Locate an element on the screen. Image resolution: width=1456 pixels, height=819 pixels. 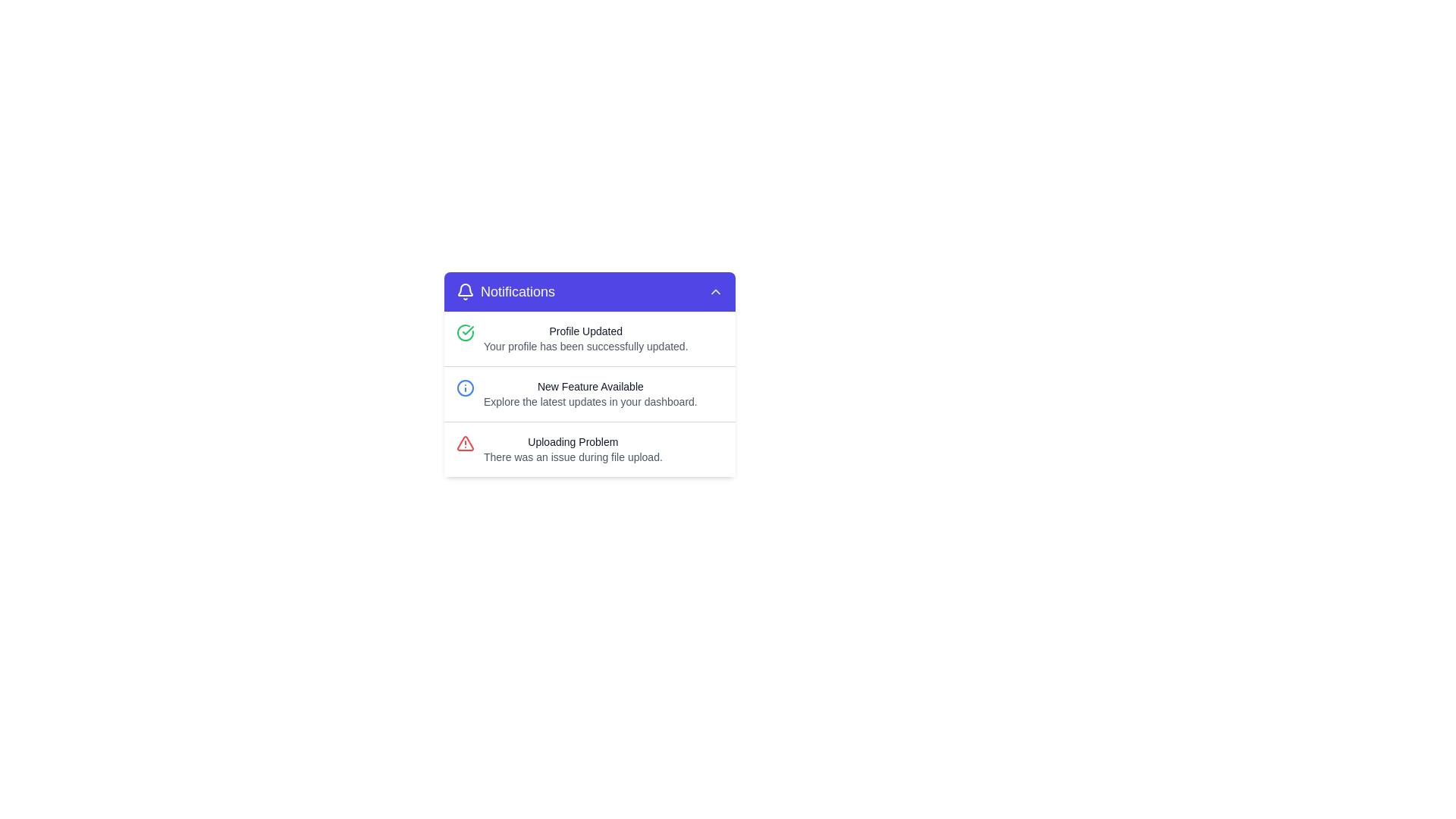
the information icon of the Notification Item titled 'New Feature Available' is located at coordinates (588, 393).